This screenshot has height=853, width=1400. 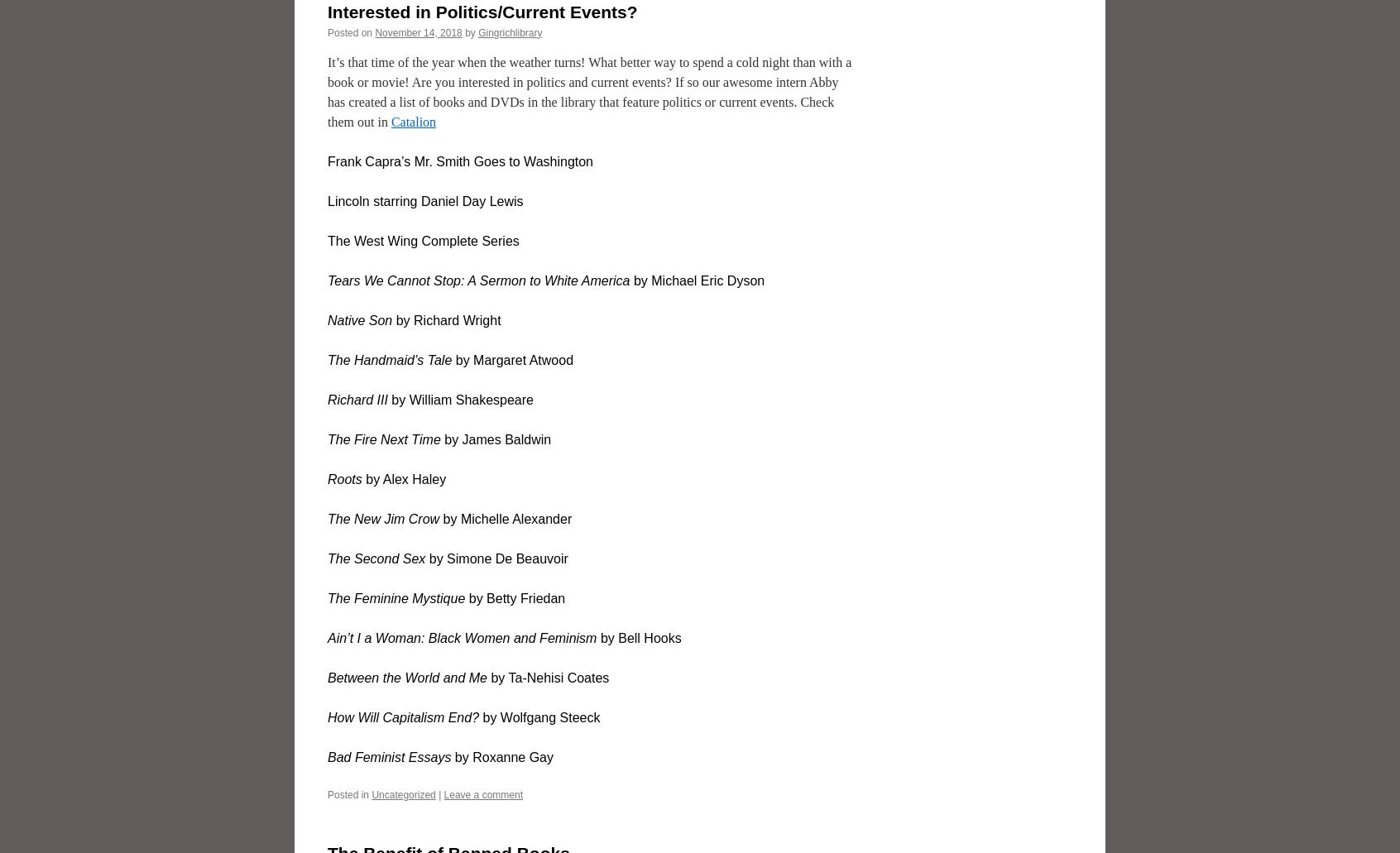 What do you see at coordinates (495, 558) in the screenshot?
I see `'by Simone De Beauvoir'` at bounding box center [495, 558].